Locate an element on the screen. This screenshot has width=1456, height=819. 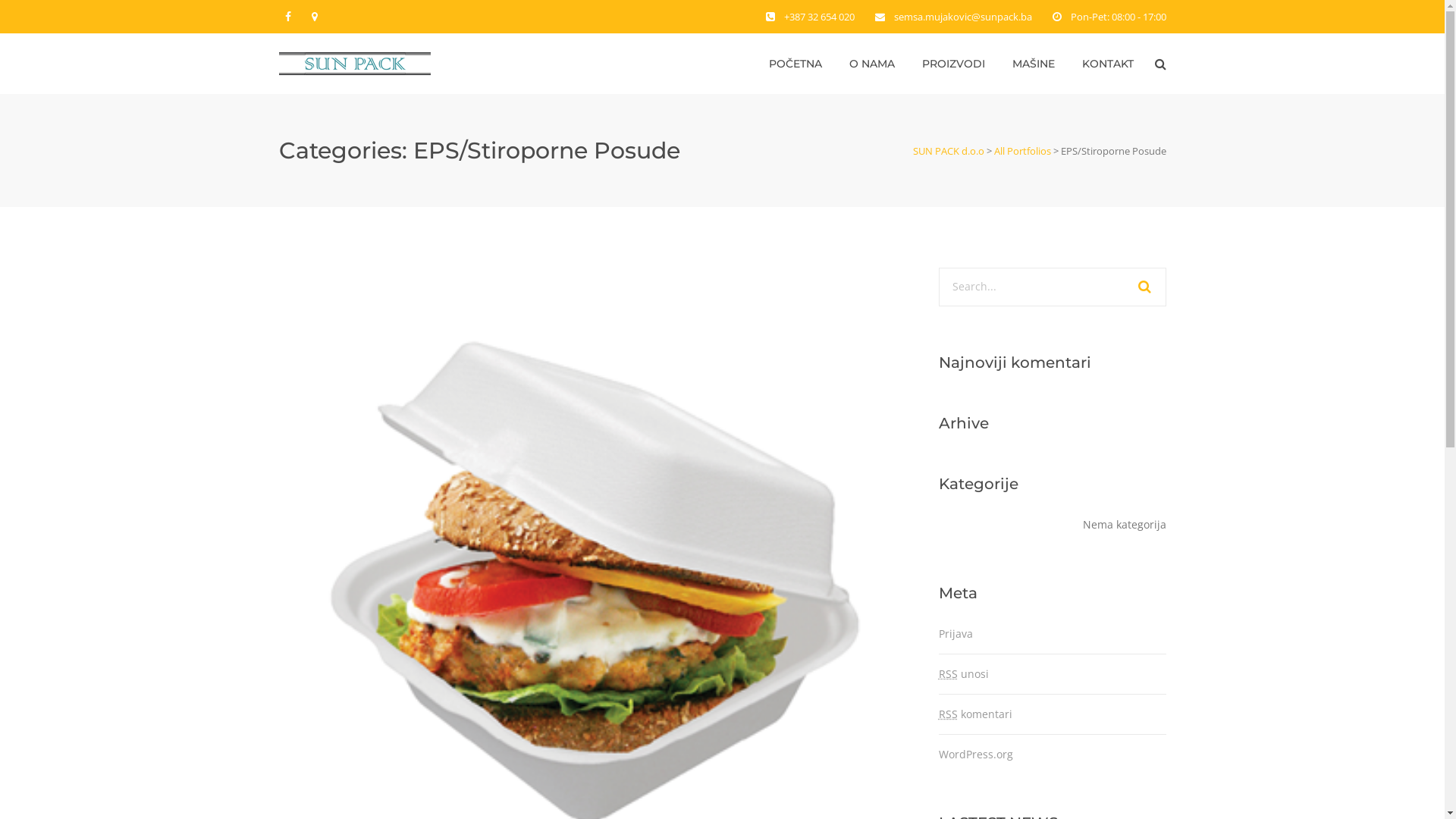
'Prijava' is located at coordinates (955, 633).